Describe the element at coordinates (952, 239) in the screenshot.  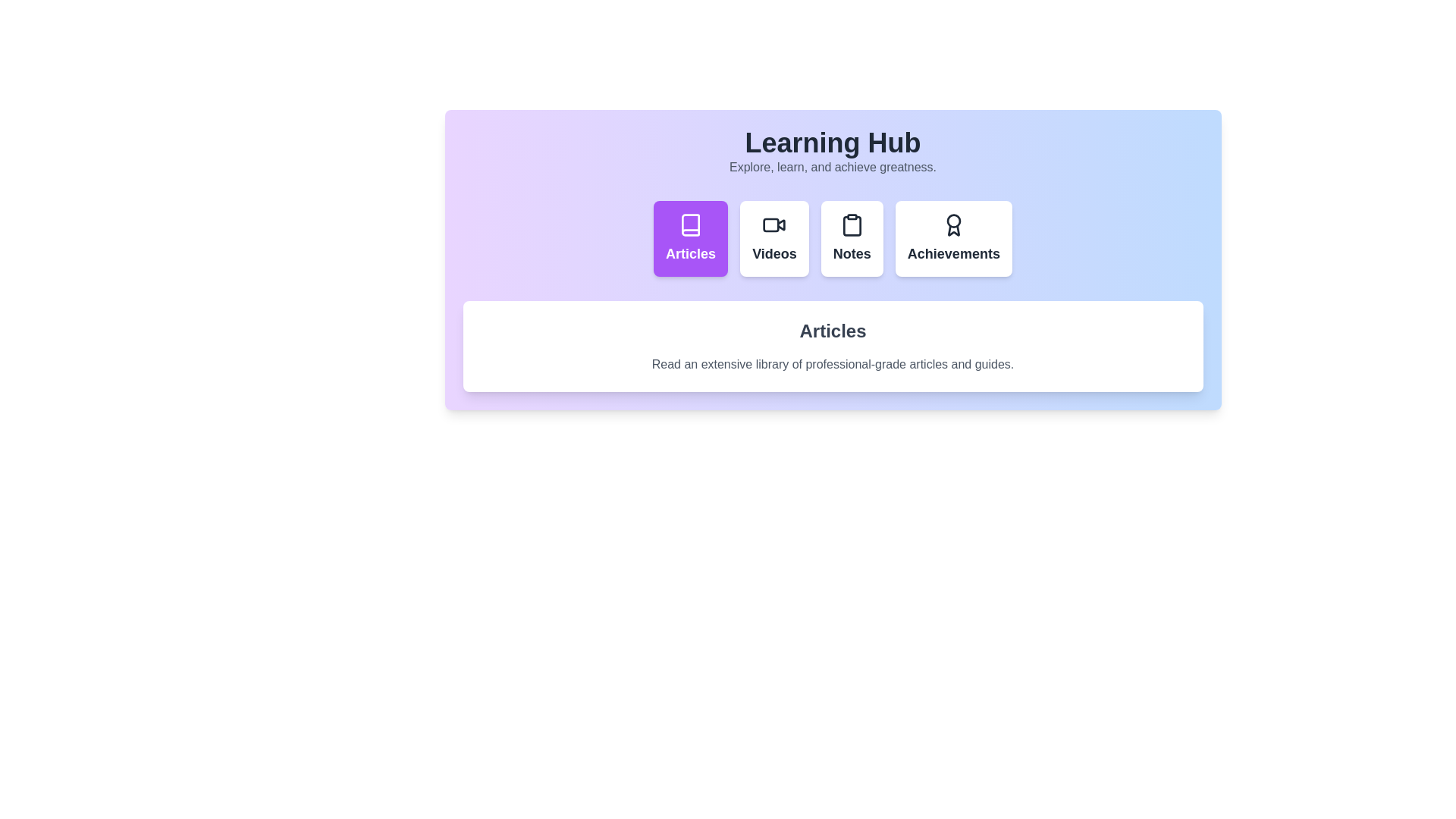
I see `the tab labeled Achievements to view its content` at that location.